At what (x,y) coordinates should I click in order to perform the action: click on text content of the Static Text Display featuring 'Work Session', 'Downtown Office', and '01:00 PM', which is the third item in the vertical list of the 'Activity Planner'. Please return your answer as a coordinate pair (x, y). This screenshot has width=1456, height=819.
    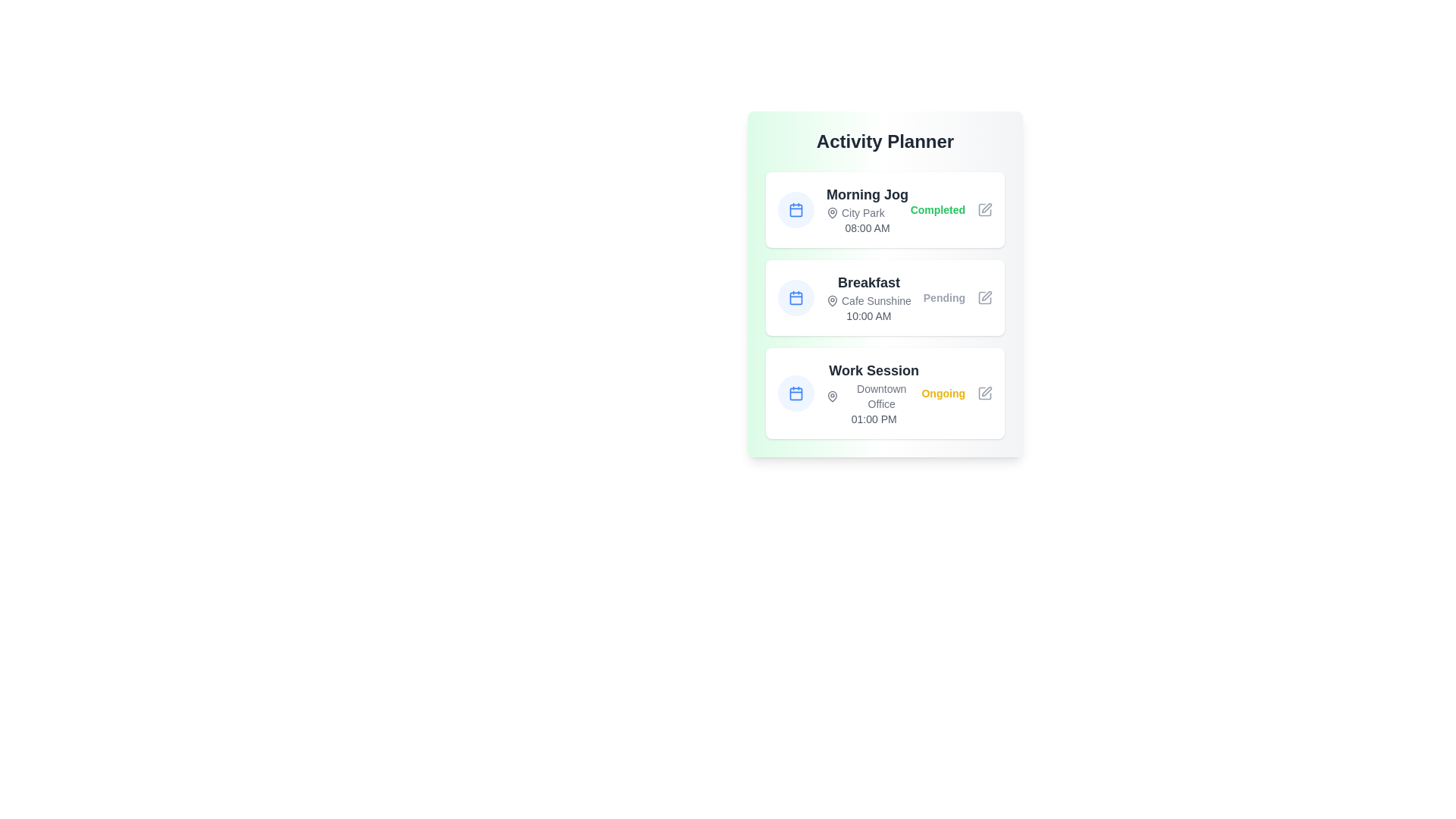
    Looking at the image, I should click on (874, 393).